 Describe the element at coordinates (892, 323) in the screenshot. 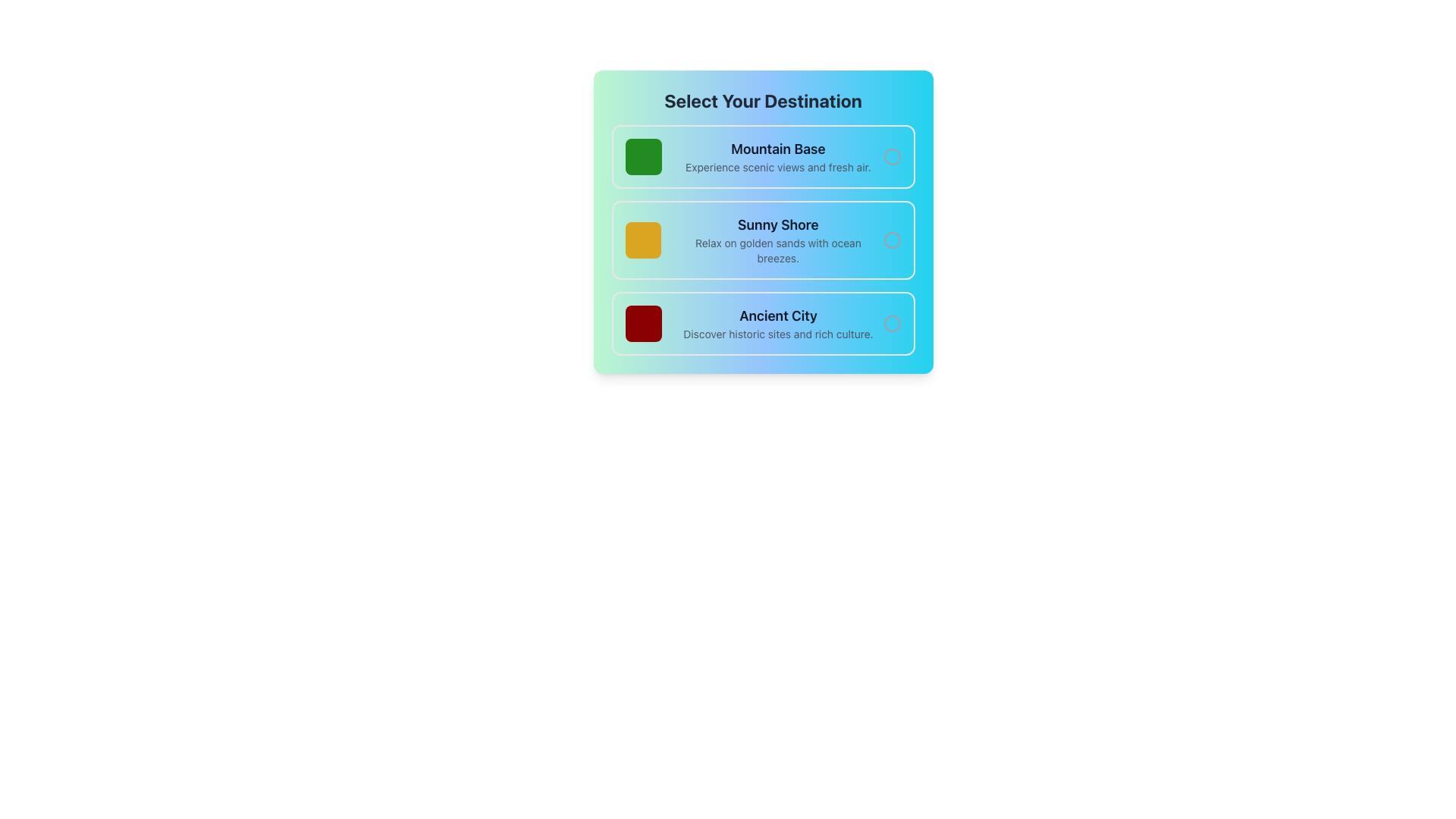

I see `the smaller inner SVG Circle positioned centrally within the larger icon to the right of the 'Ancient City' option` at that location.